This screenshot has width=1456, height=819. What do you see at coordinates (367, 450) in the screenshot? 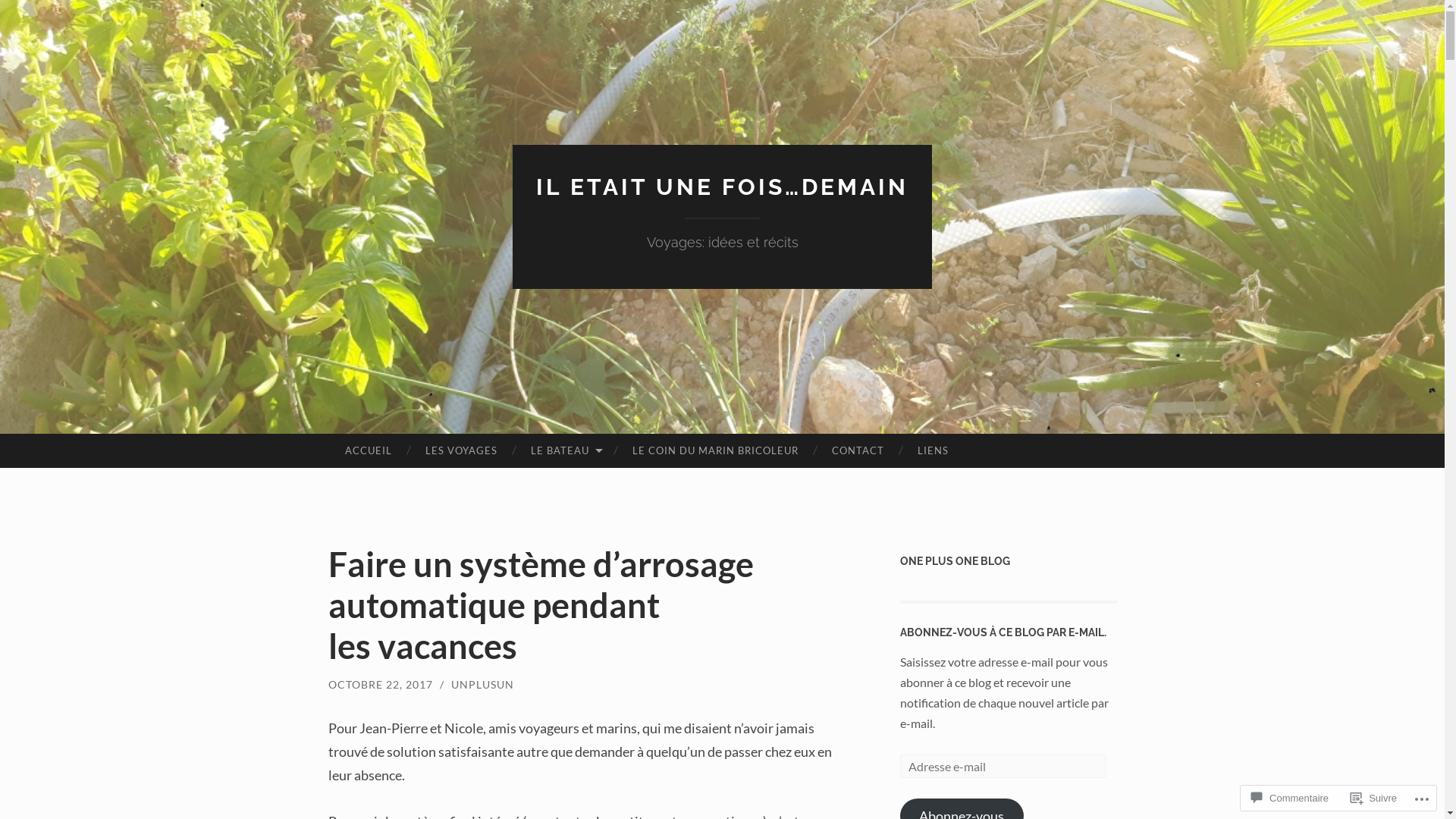
I see `'ACCUEIL'` at bounding box center [367, 450].